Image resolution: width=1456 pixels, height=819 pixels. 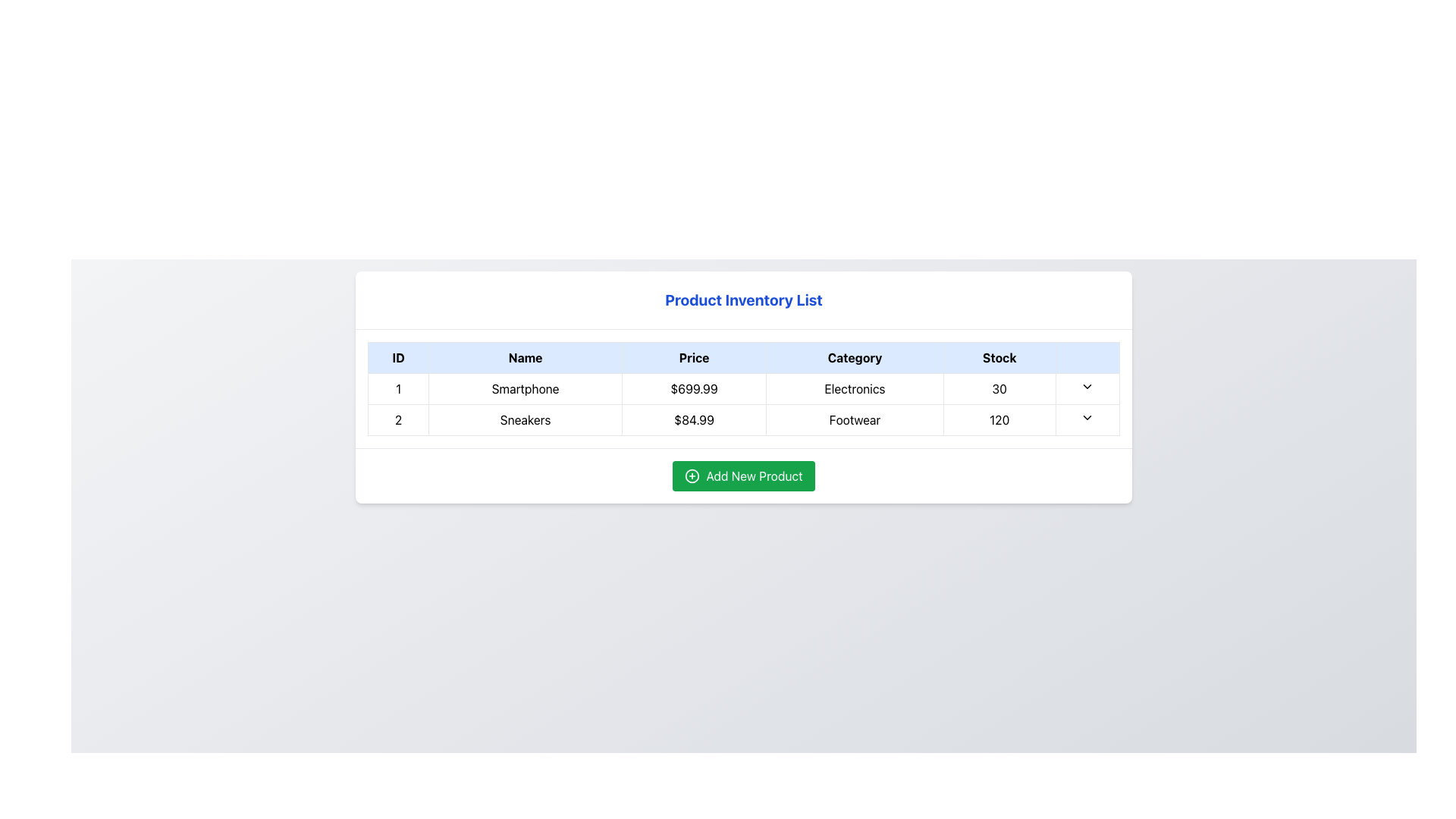 What do you see at coordinates (999, 388) in the screenshot?
I see `the static text display showing '30' in the 'Stock' column of the first row in the table layout` at bounding box center [999, 388].